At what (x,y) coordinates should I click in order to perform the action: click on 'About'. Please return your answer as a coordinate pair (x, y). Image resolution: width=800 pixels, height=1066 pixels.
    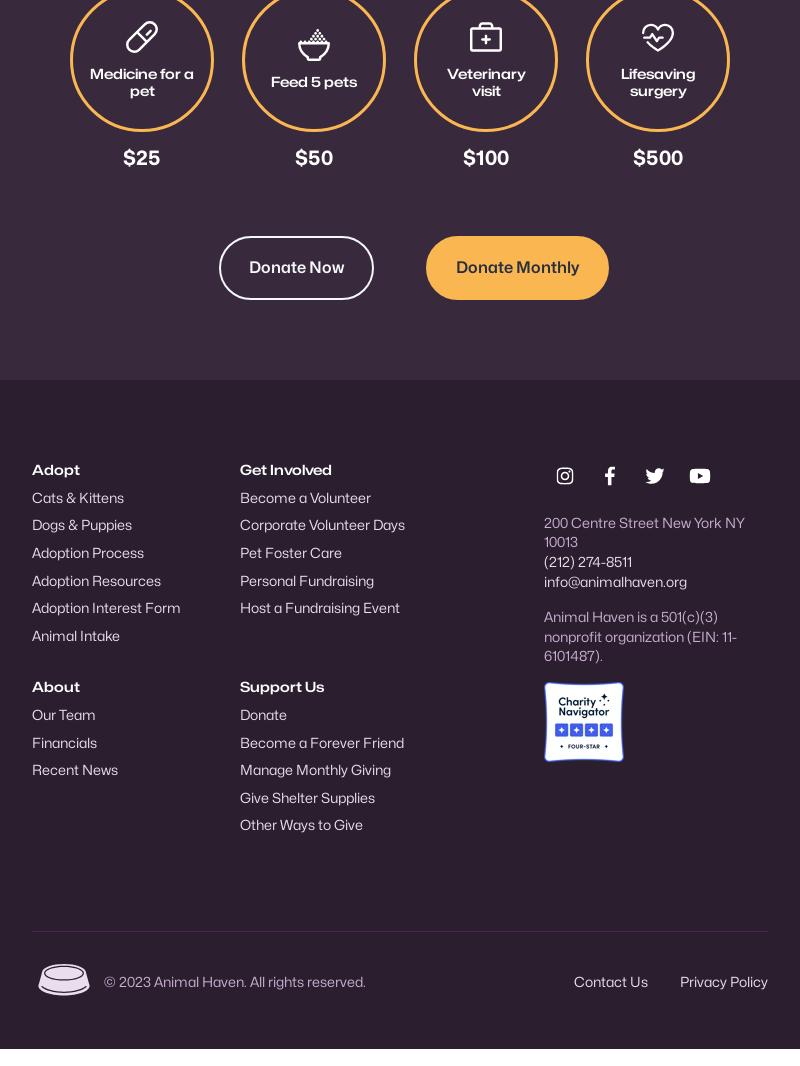
    Looking at the image, I should click on (55, 685).